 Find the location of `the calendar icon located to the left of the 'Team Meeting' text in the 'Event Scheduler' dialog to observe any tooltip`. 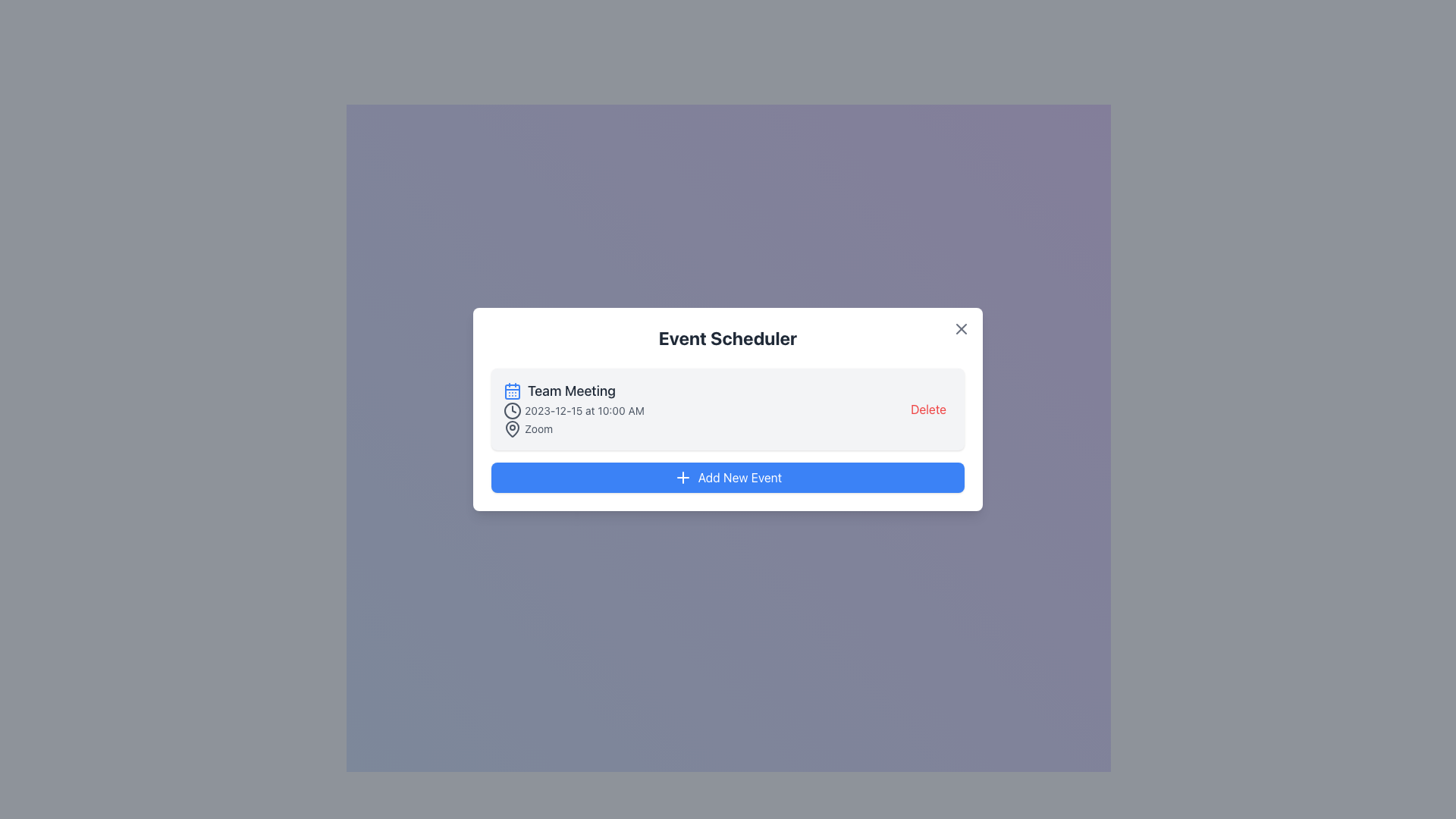

the calendar icon located to the left of the 'Team Meeting' text in the 'Event Scheduler' dialog to observe any tooltip is located at coordinates (513, 391).